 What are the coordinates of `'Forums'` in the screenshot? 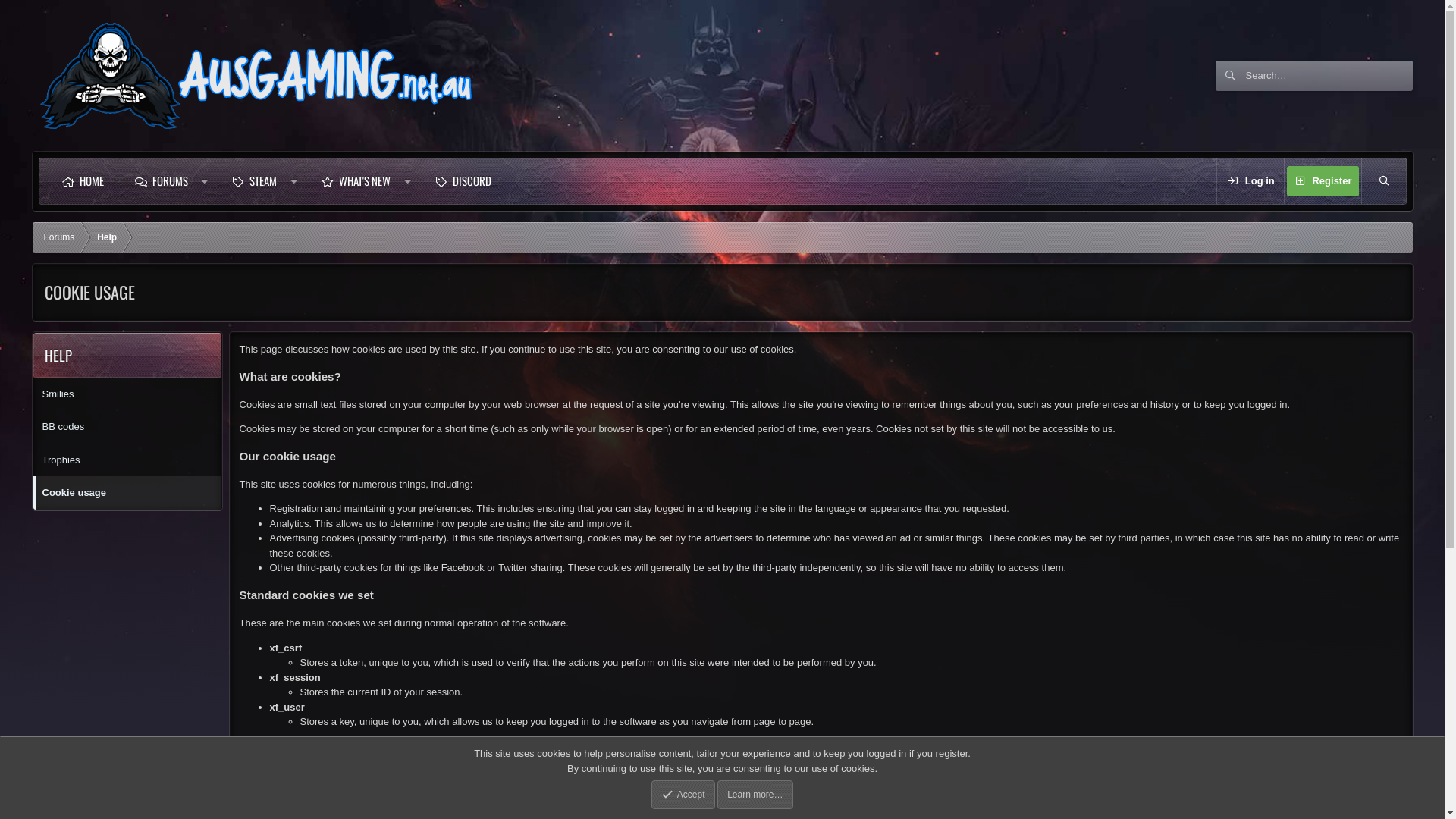 It's located at (32, 237).